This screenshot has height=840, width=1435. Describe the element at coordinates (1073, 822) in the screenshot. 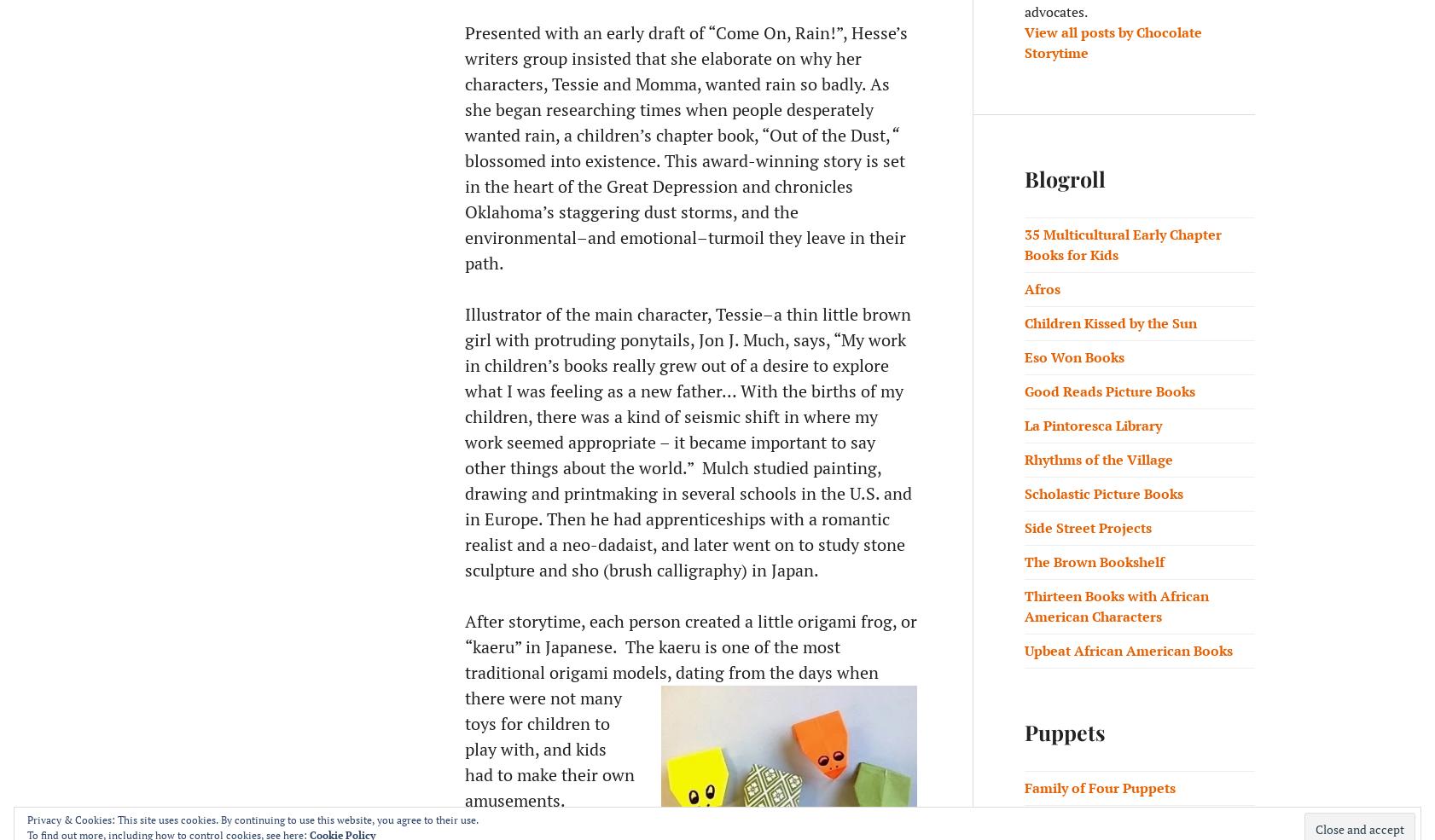

I see `'Family Puppets'` at that location.